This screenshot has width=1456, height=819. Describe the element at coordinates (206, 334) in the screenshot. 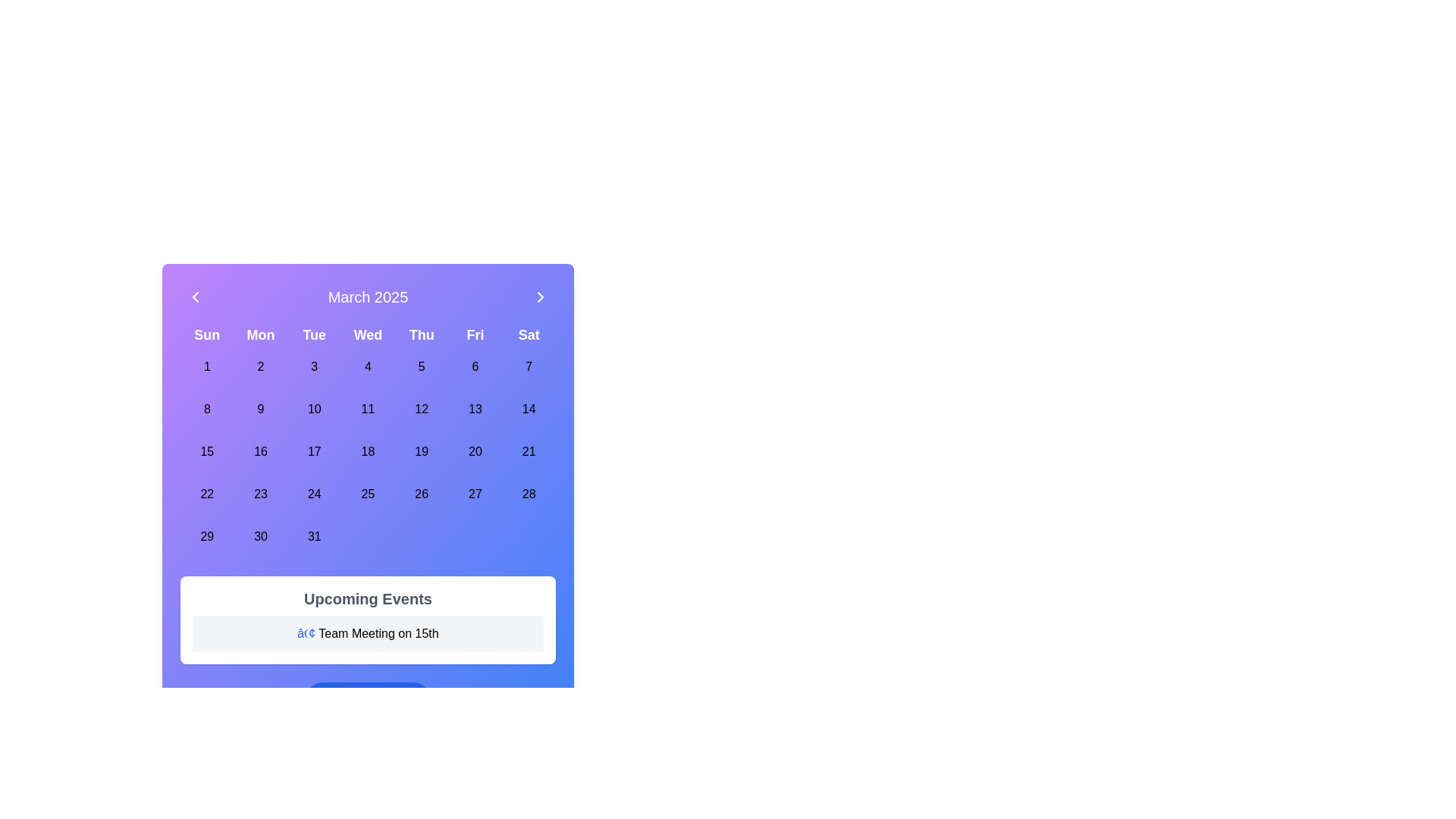

I see `the text label indicating the starting day of the week in the calendar grid, located in the top-left corner of the calendar grid` at that location.